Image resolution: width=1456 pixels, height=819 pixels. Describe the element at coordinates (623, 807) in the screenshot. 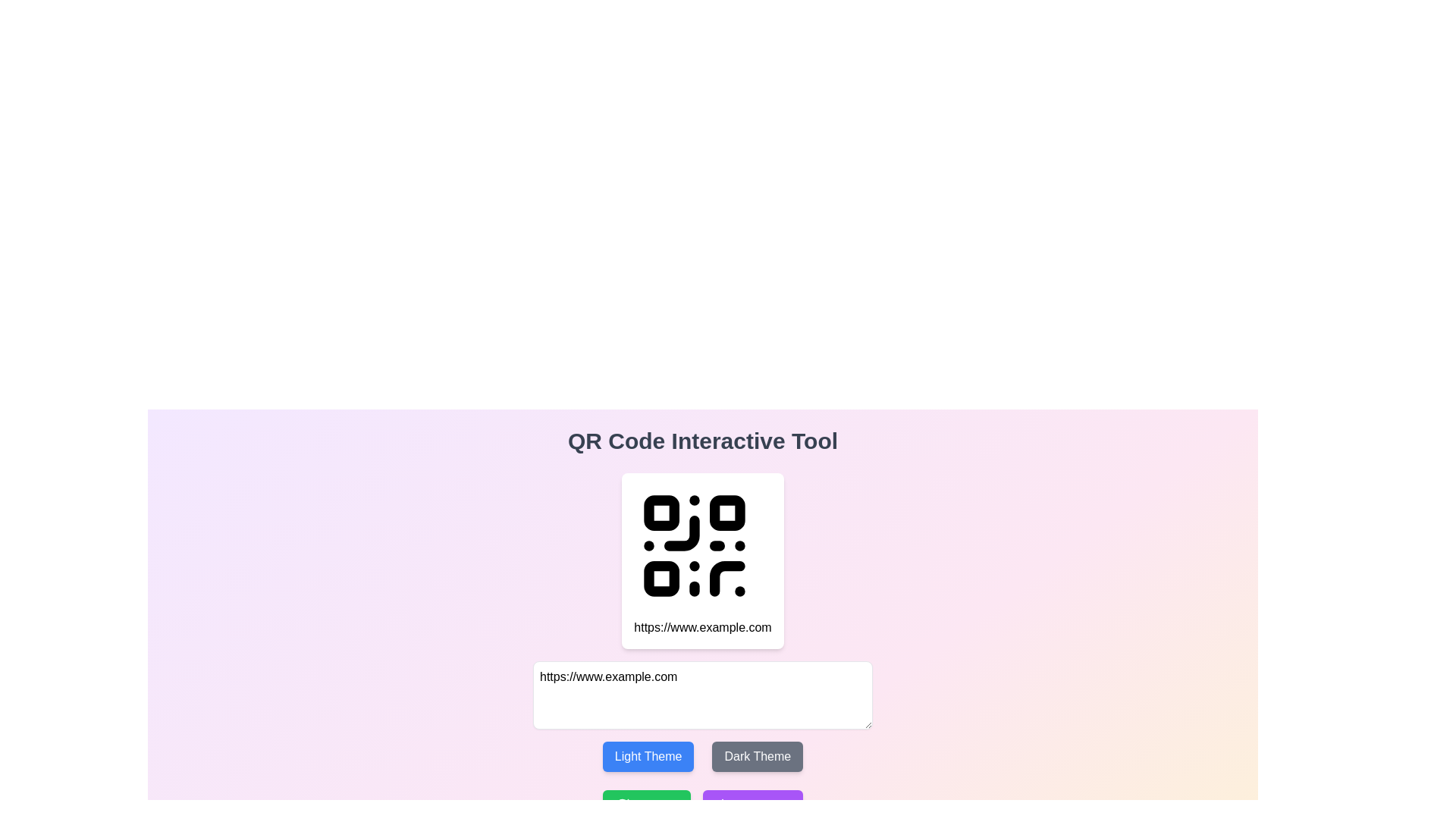

I see `the surrounding refresh icon located at the bottom right corner of the interface` at that location.